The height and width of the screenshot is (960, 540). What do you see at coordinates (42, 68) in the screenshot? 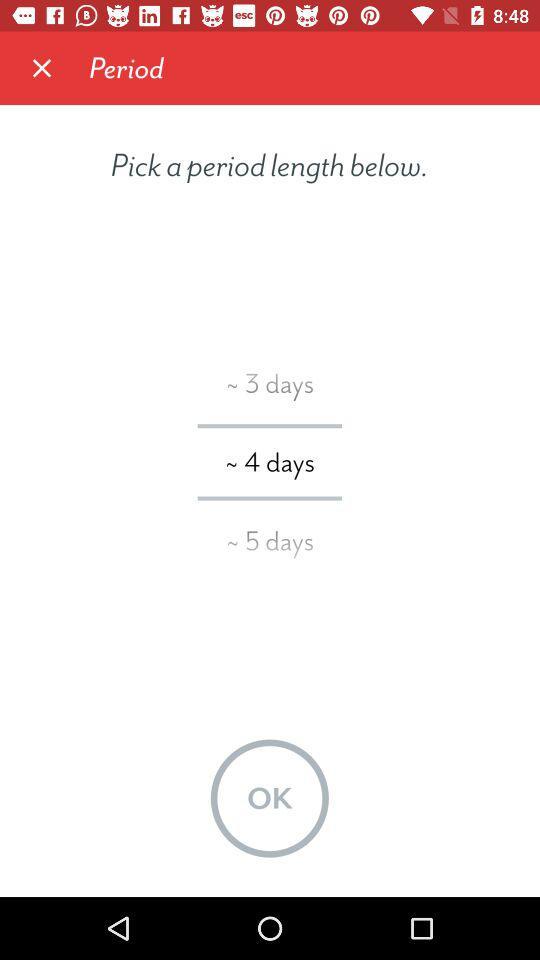
I see `the window` at bounding box center [42, 68].